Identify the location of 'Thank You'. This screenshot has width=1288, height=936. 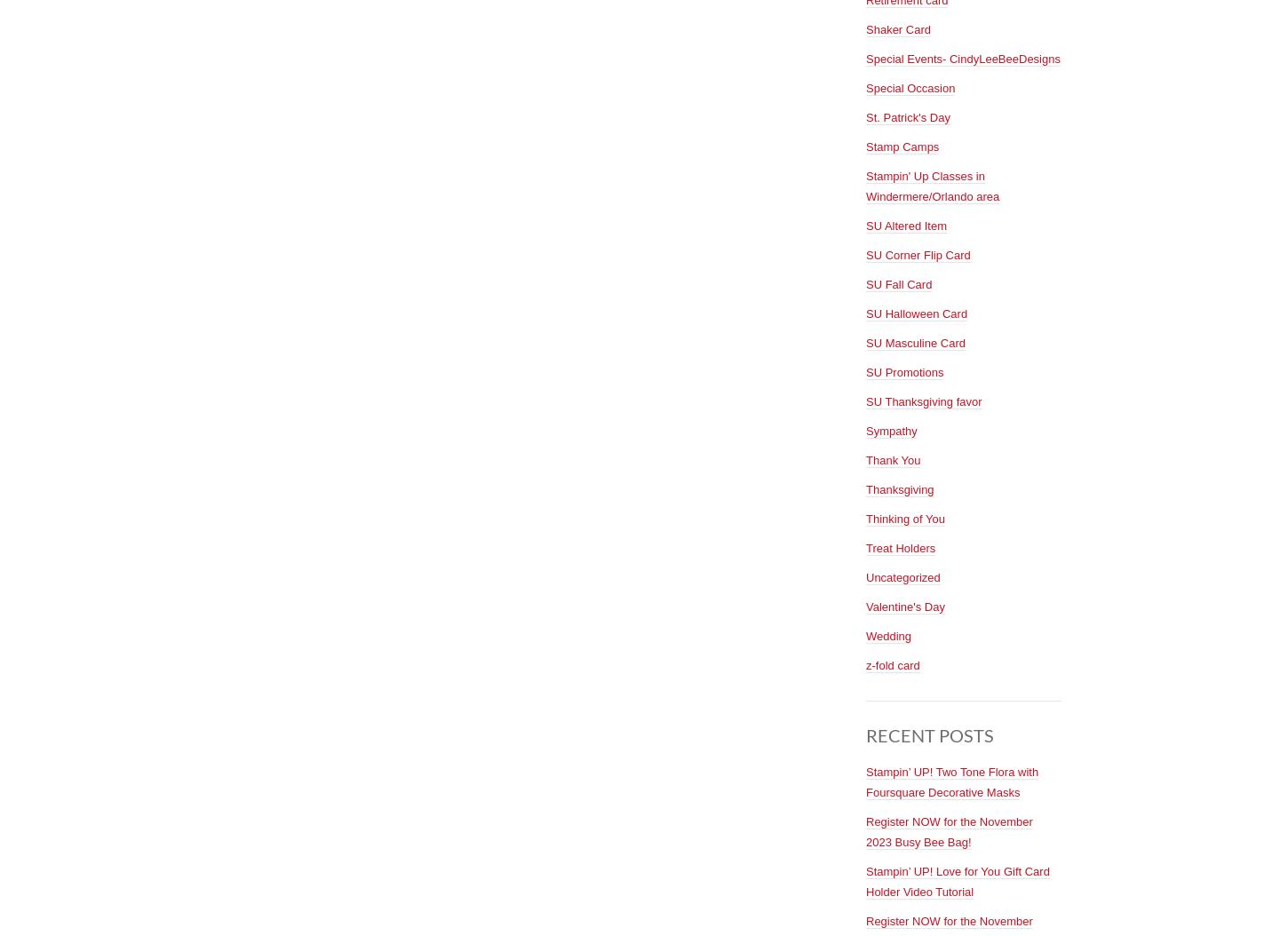
(893, 458).